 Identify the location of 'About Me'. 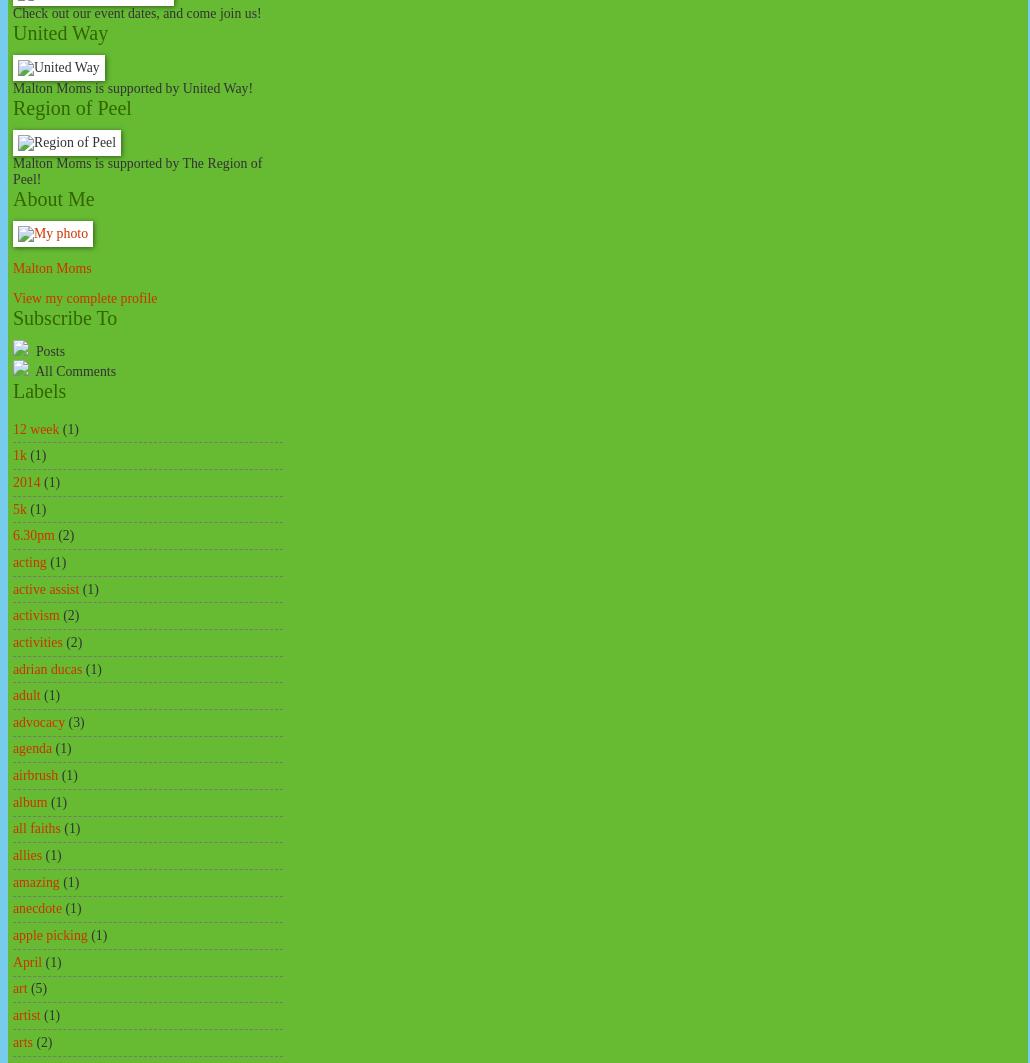
(53, 198).